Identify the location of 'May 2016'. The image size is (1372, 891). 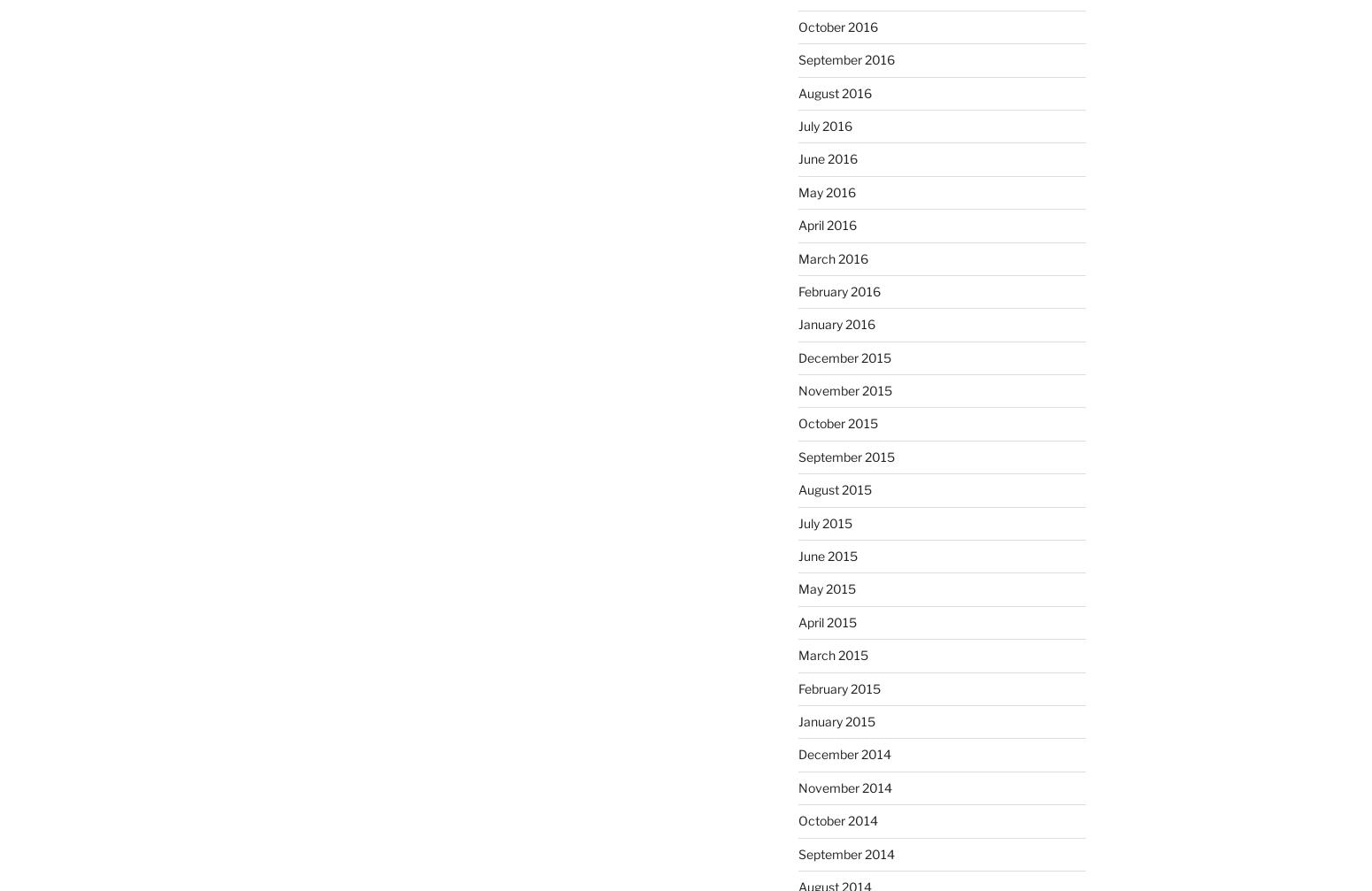
(825, 191).